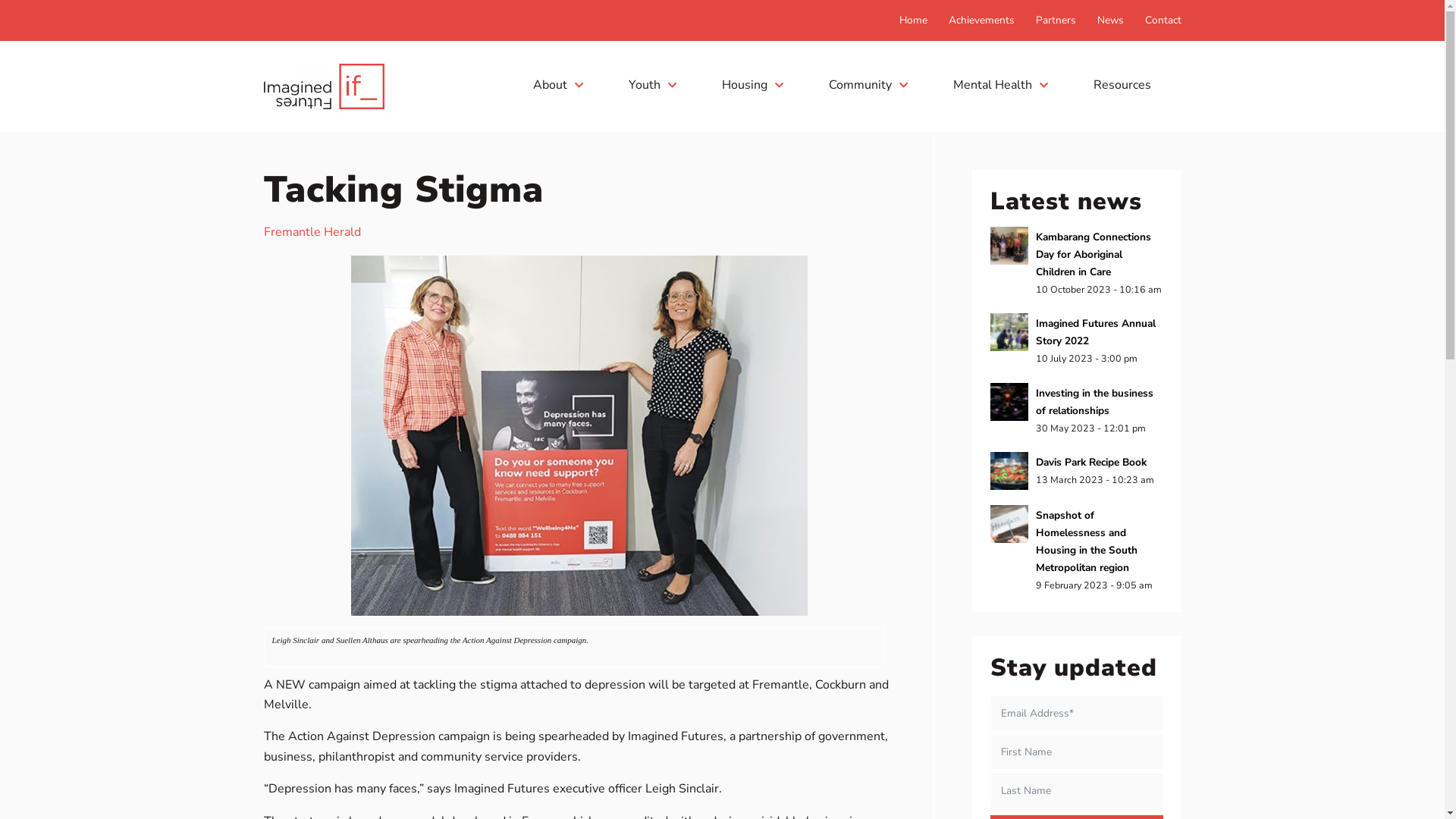 Image resolution: width=1456 pixels, height=819 pixels. Describe the element at coordinates (867, 84) in the screenshot. I see `'Community'` at that location.